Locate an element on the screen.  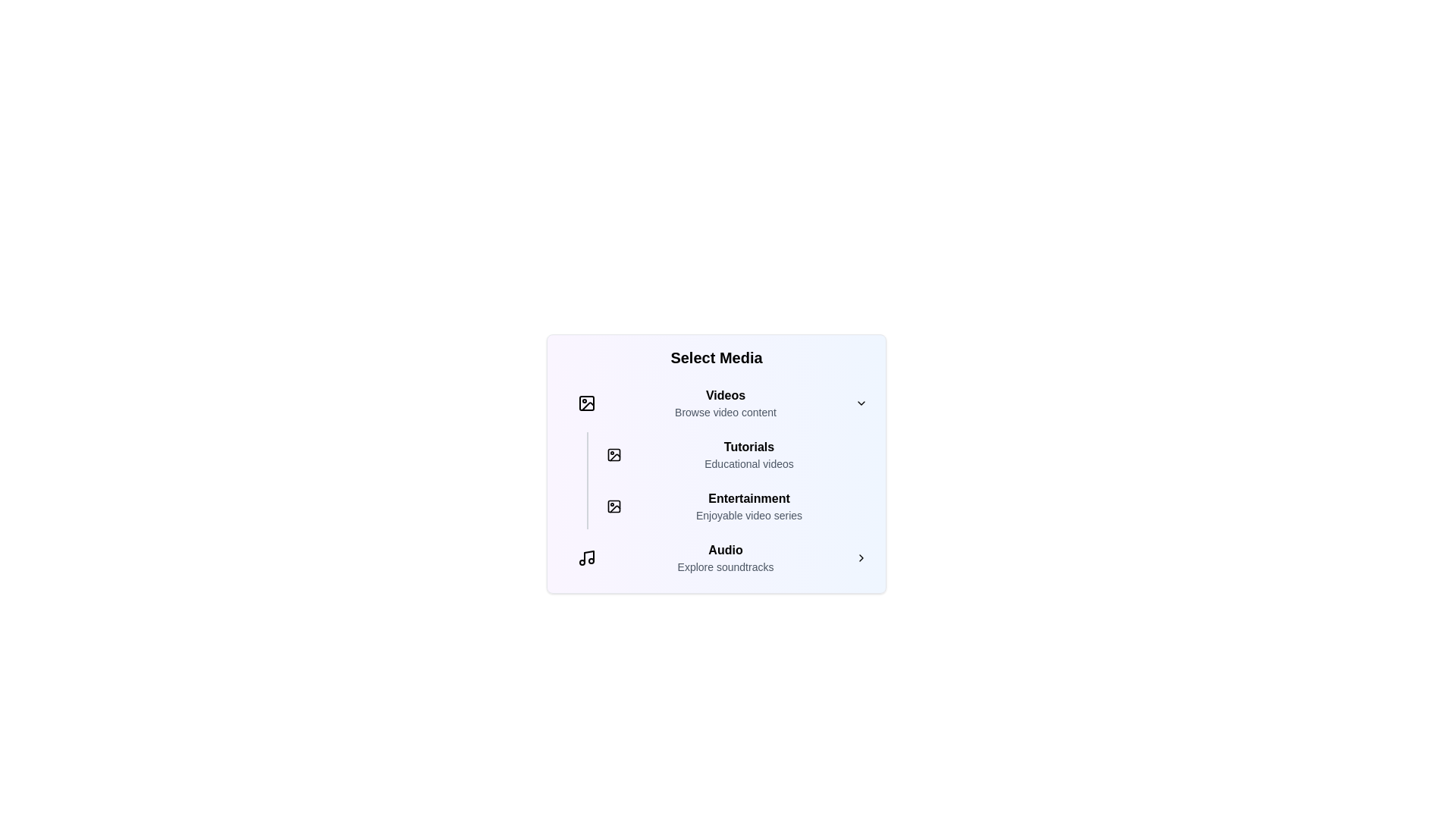
the text label reading 'Educational videos', which is styled with a smaller font size and gray color, located below the bold 'Tutorials' title in the Tutorials section is located at coordinates (749, 463).